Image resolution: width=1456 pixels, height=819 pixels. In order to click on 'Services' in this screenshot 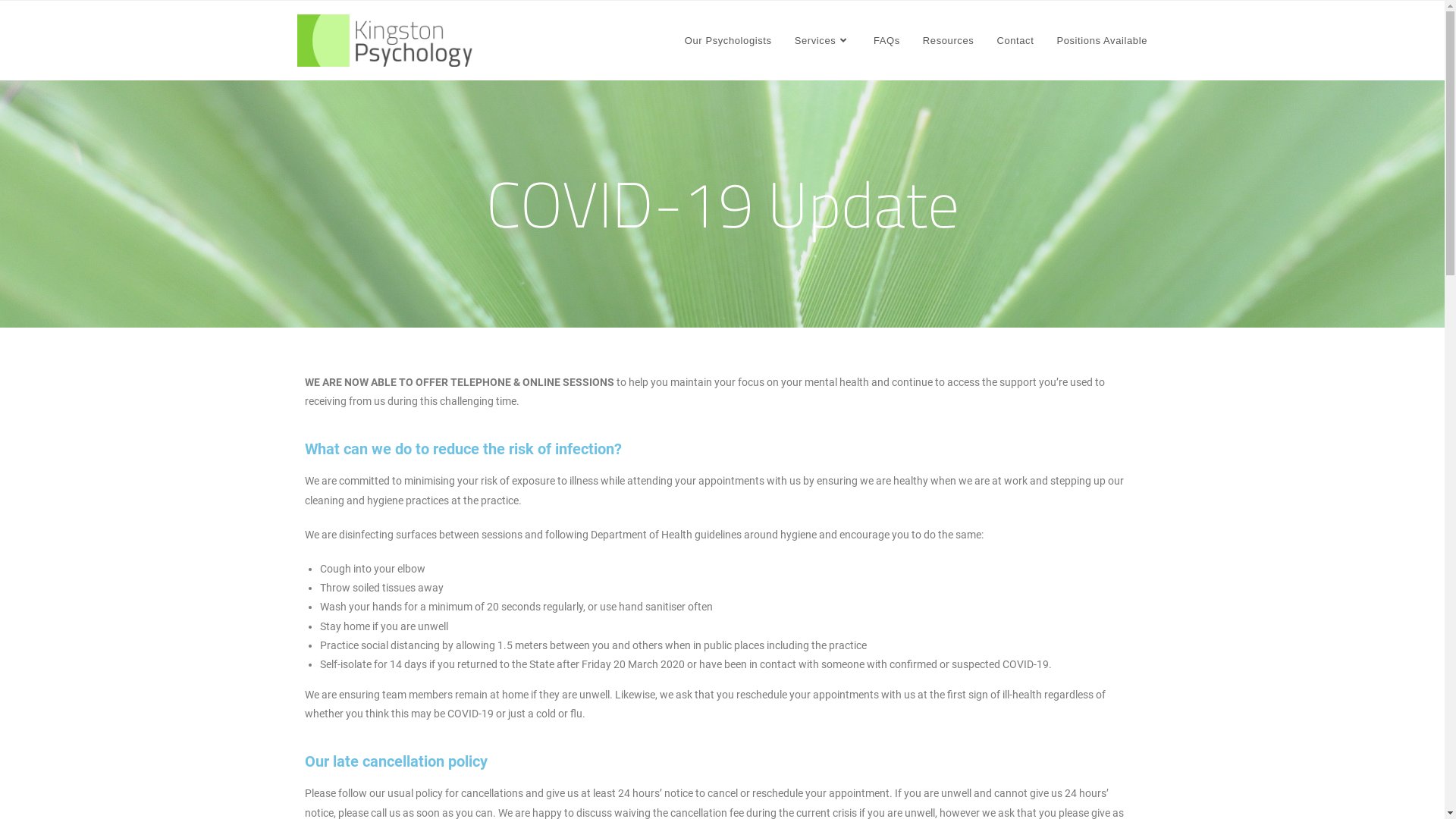, I will do `click(821, 39)`.